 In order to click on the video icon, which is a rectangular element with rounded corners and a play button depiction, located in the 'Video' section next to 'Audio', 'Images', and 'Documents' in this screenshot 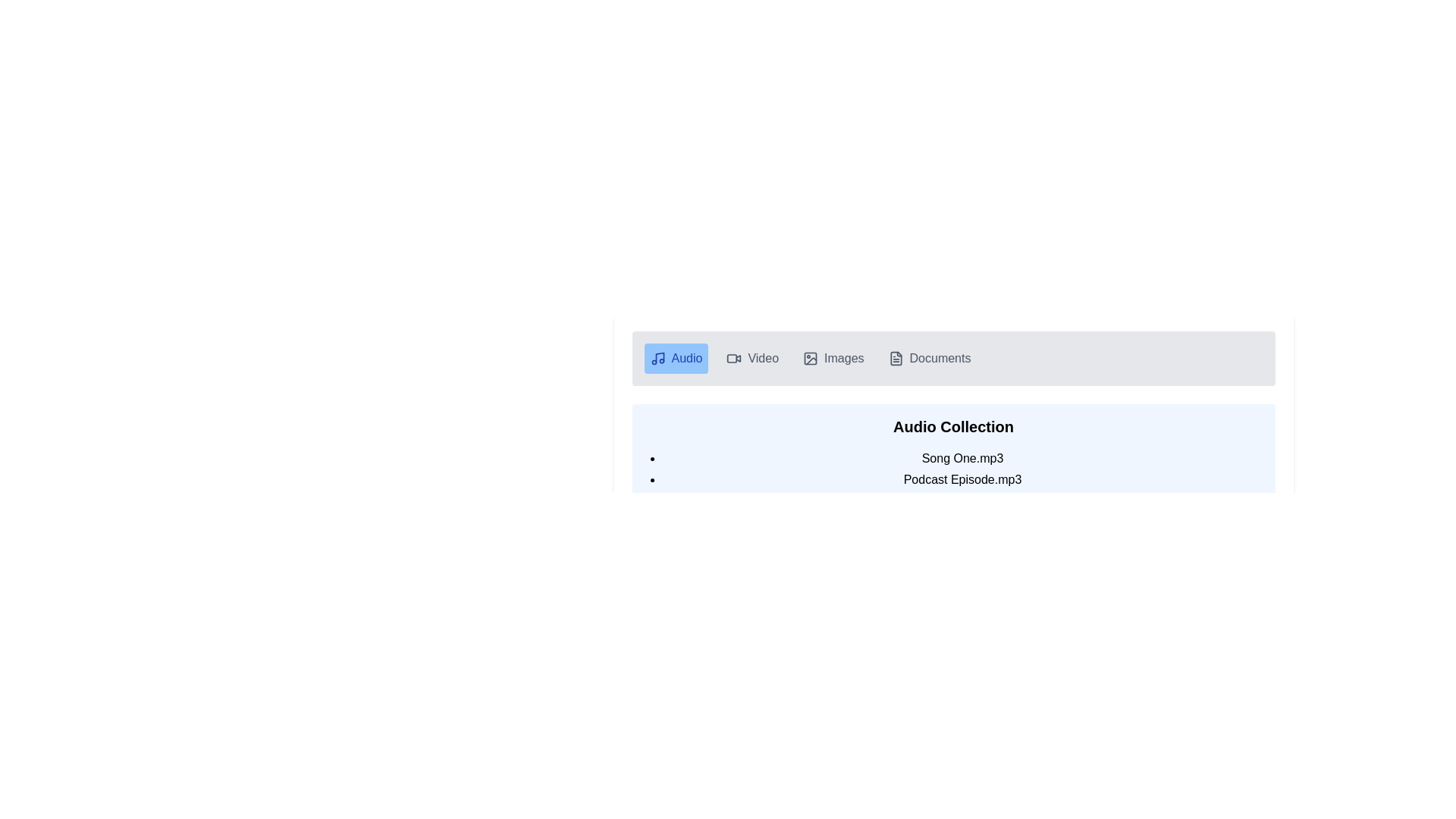, I will do `click(734, 359)`.